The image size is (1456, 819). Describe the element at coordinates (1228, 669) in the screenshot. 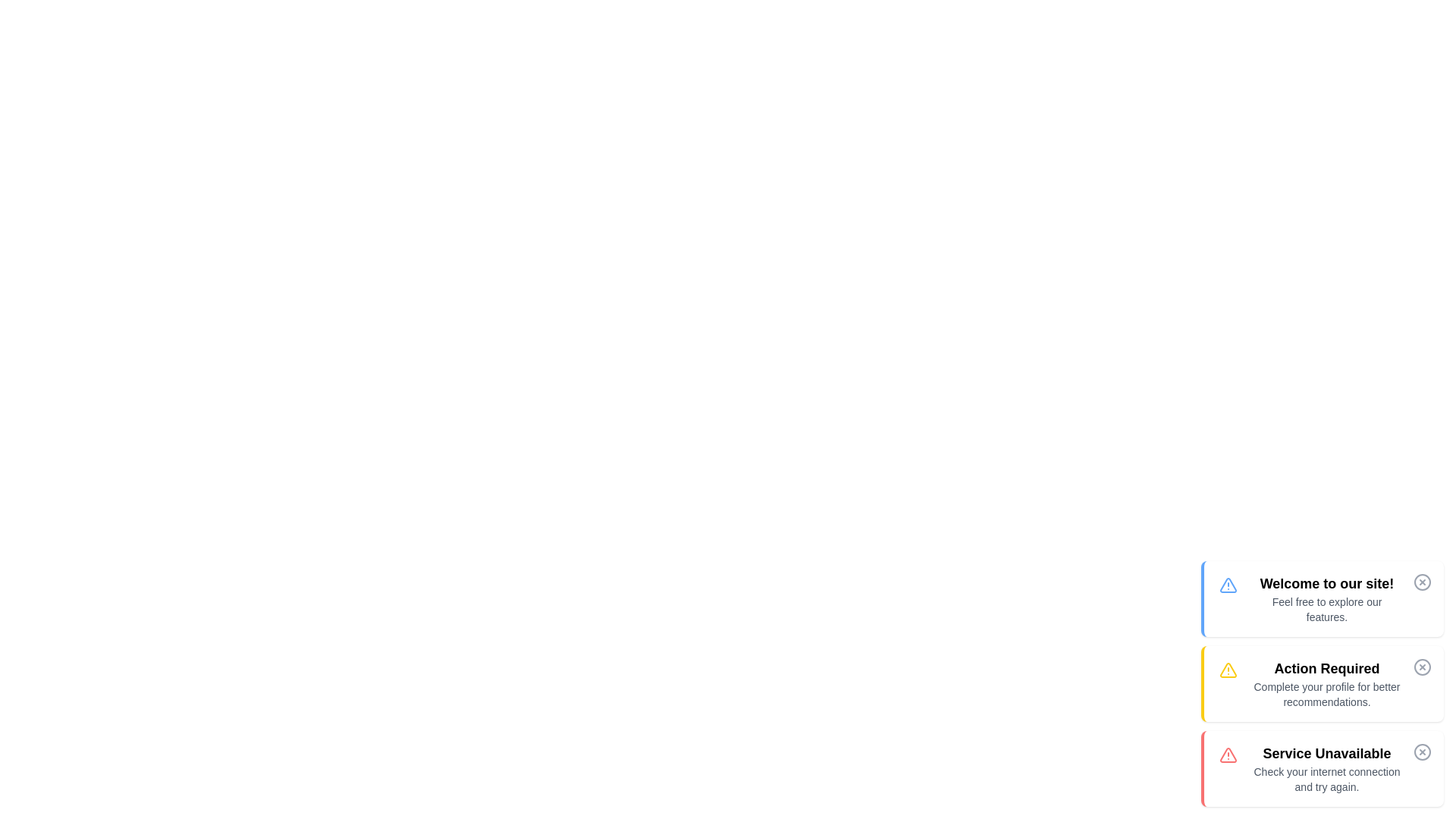

I see `the yellow triangular alert icon, which is part of an SVG representation and positioned next to the 'Action Required' message in the list` at that location.